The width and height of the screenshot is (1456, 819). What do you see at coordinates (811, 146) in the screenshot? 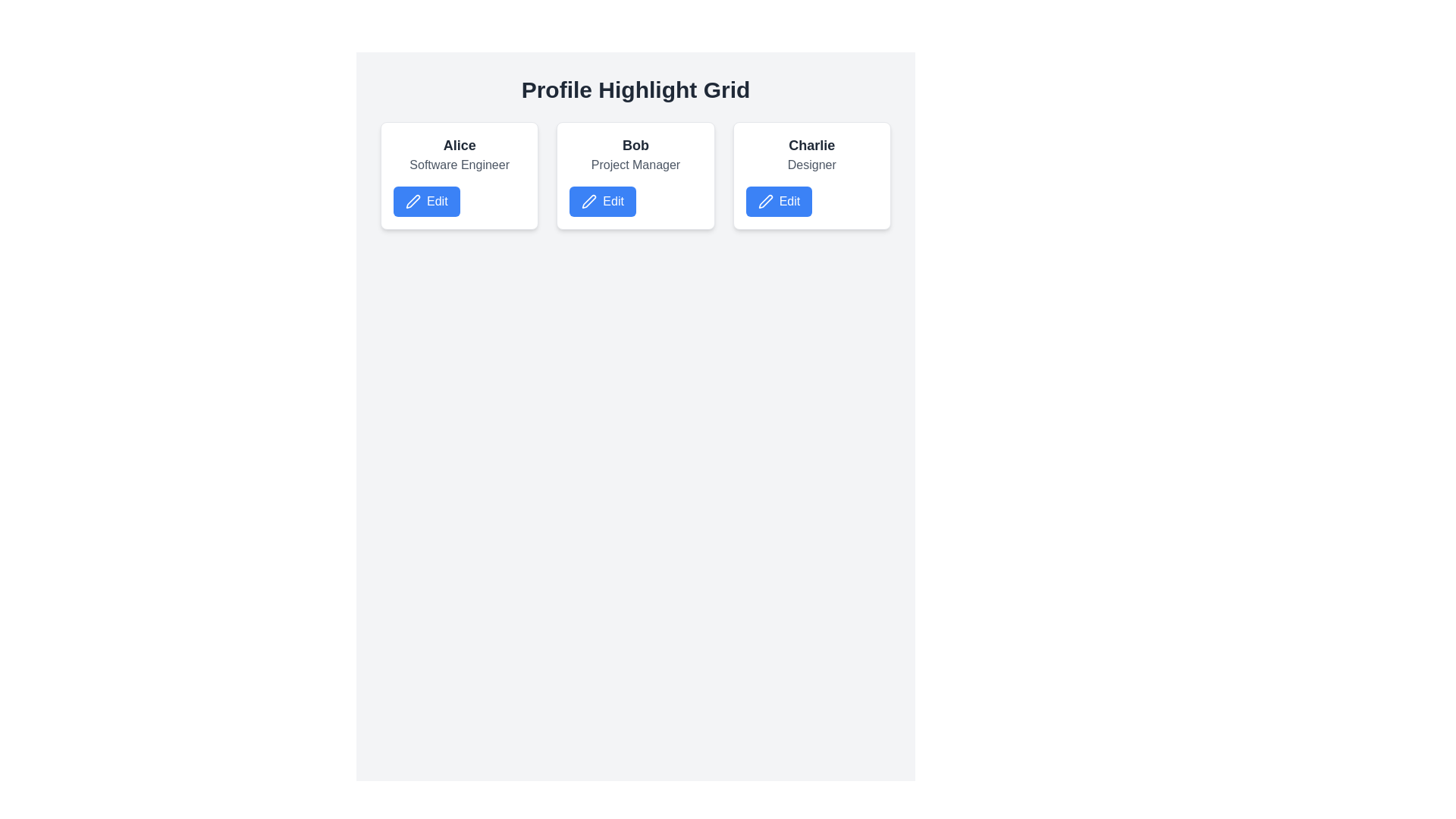
I see `the text label displaying 'Charlie' which is positioned at the top of the rightmost card in a horizontal grid layout` at bounding box center [811, 146].